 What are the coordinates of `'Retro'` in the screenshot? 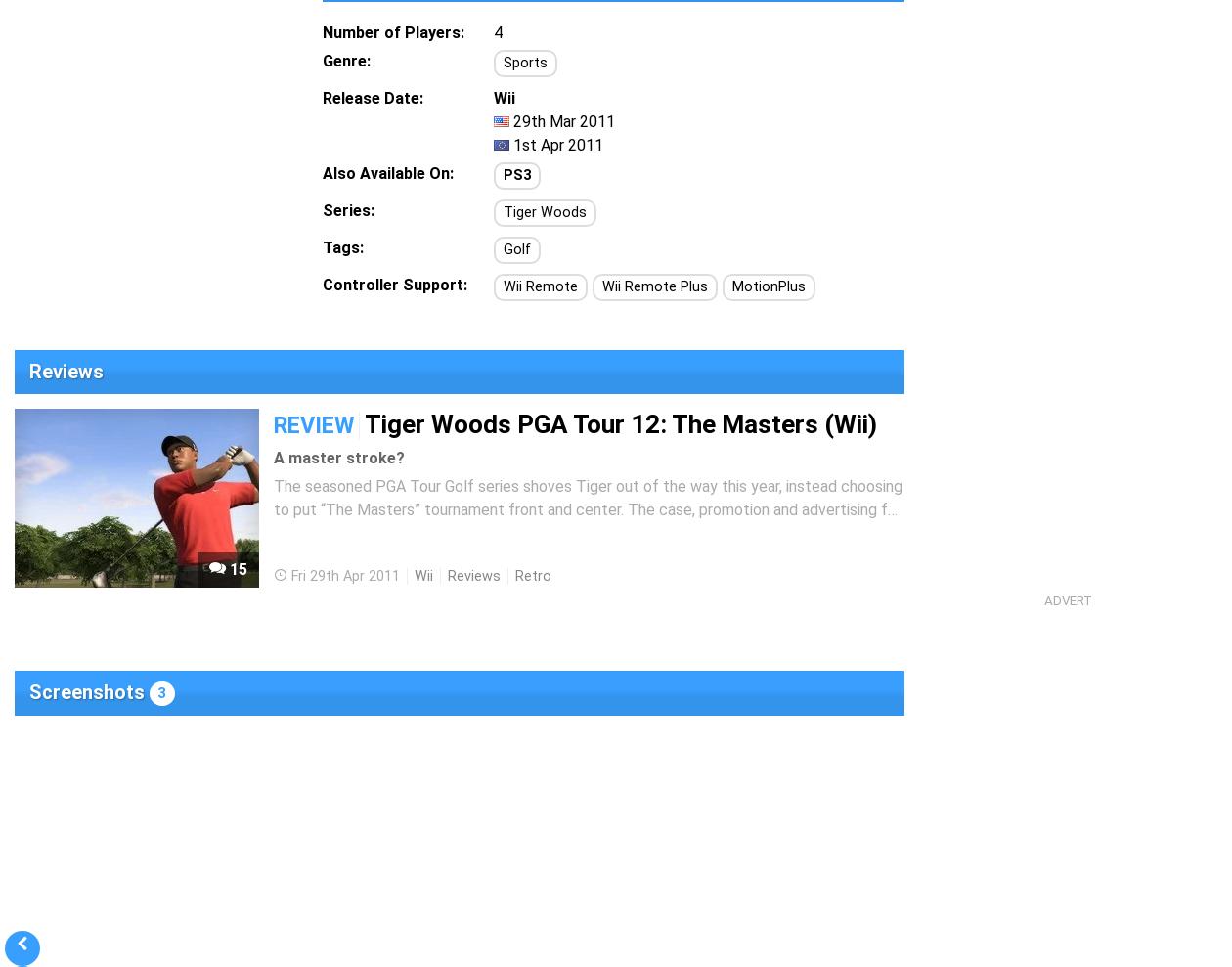 It's located at (533, 575).